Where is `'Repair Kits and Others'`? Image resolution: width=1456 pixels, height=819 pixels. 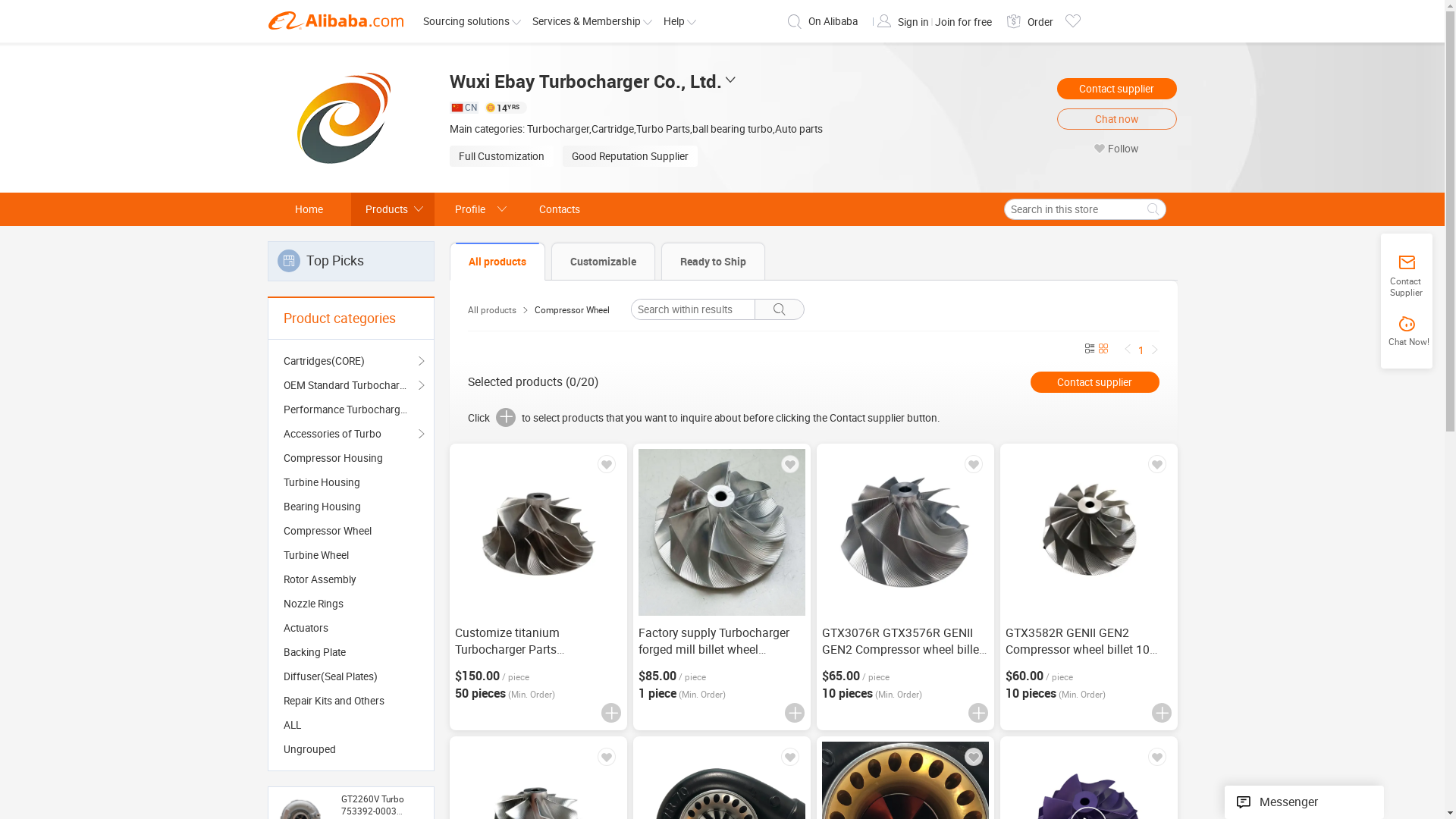
'Repair Kits and Others' is located at coordinates (350, 701).